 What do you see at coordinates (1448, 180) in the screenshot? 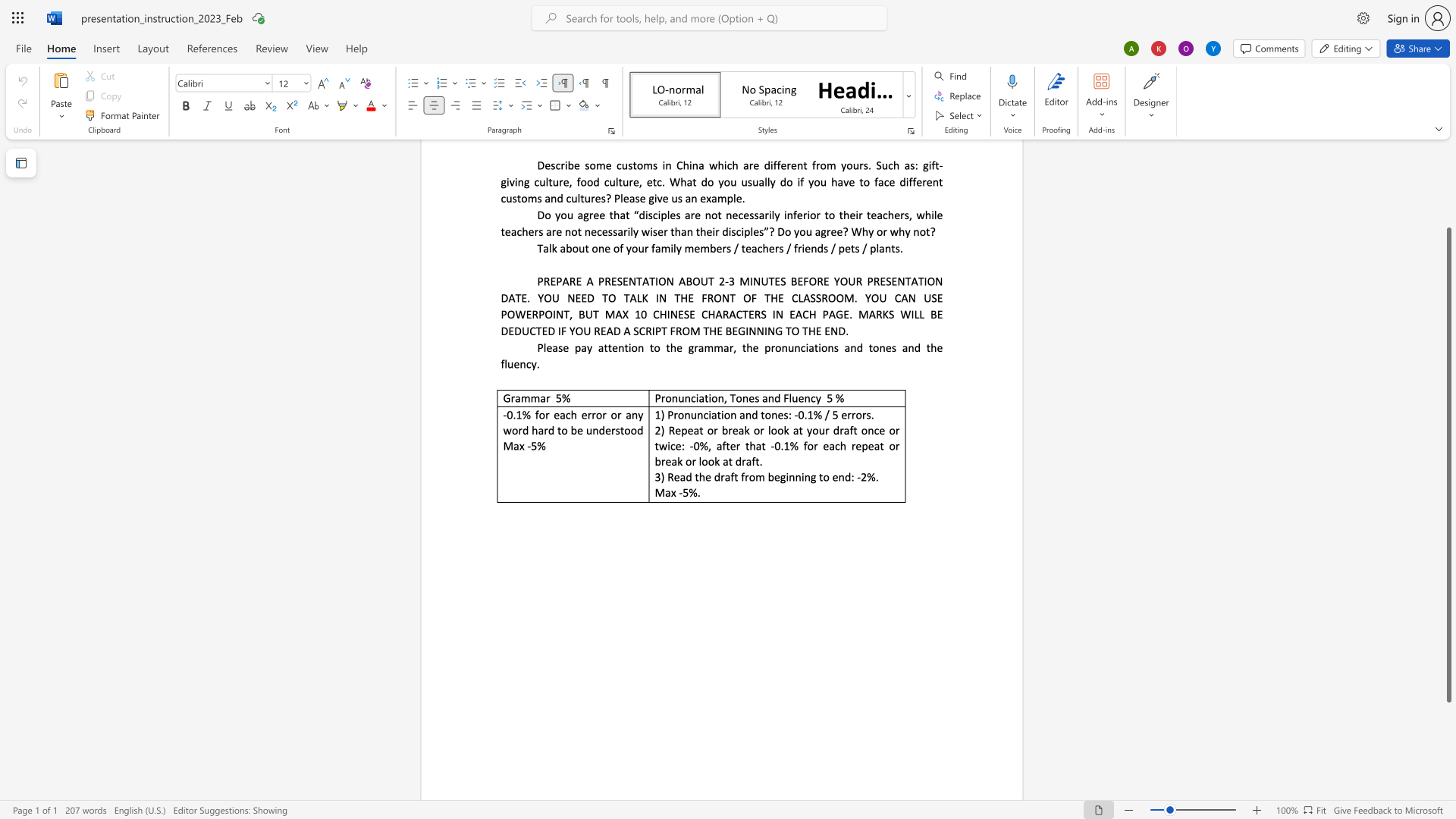
I see `the vertical scrollbar to raise the page content` at bounding box center [1448, 180].